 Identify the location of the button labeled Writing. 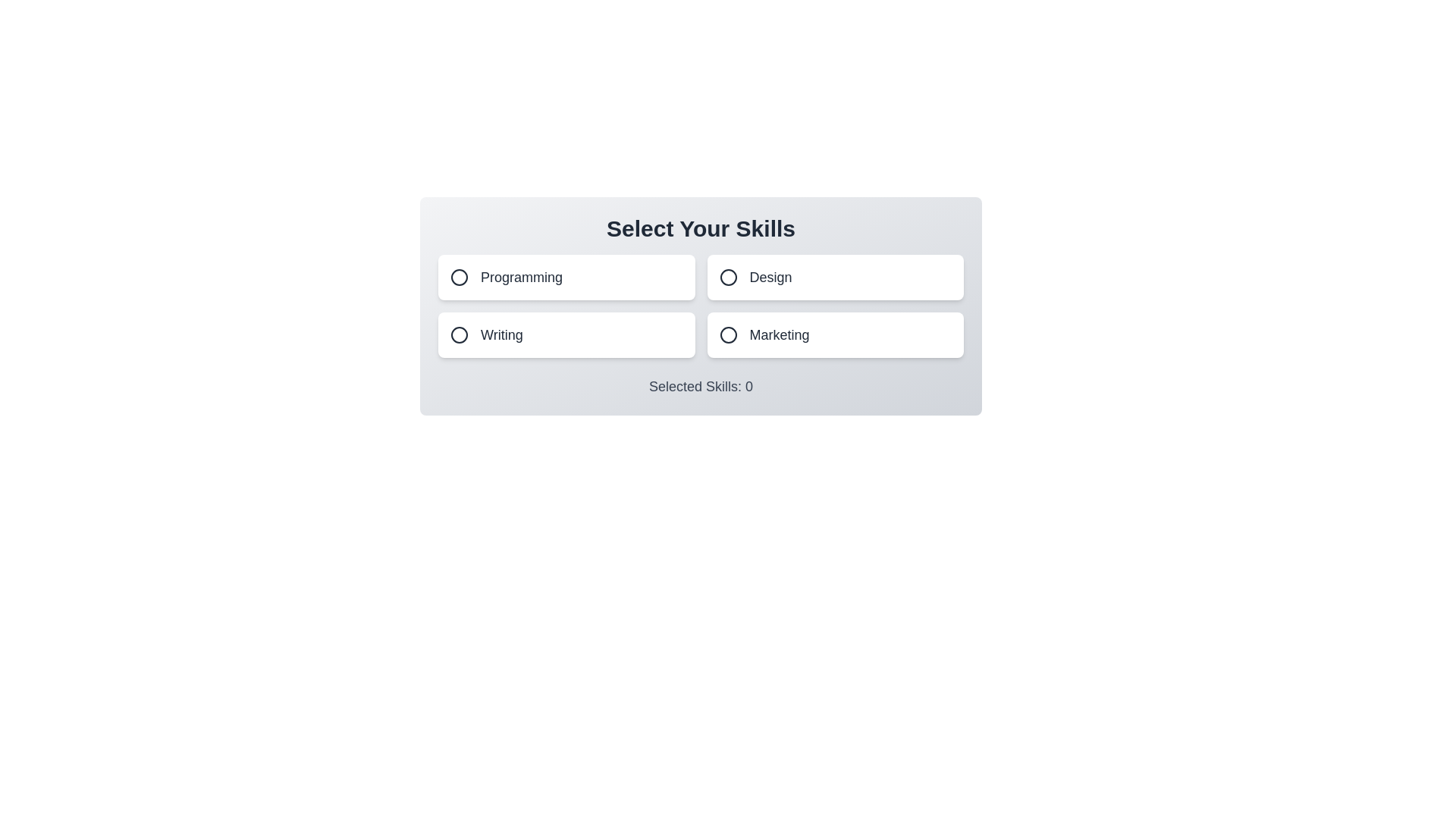
(566, 334).